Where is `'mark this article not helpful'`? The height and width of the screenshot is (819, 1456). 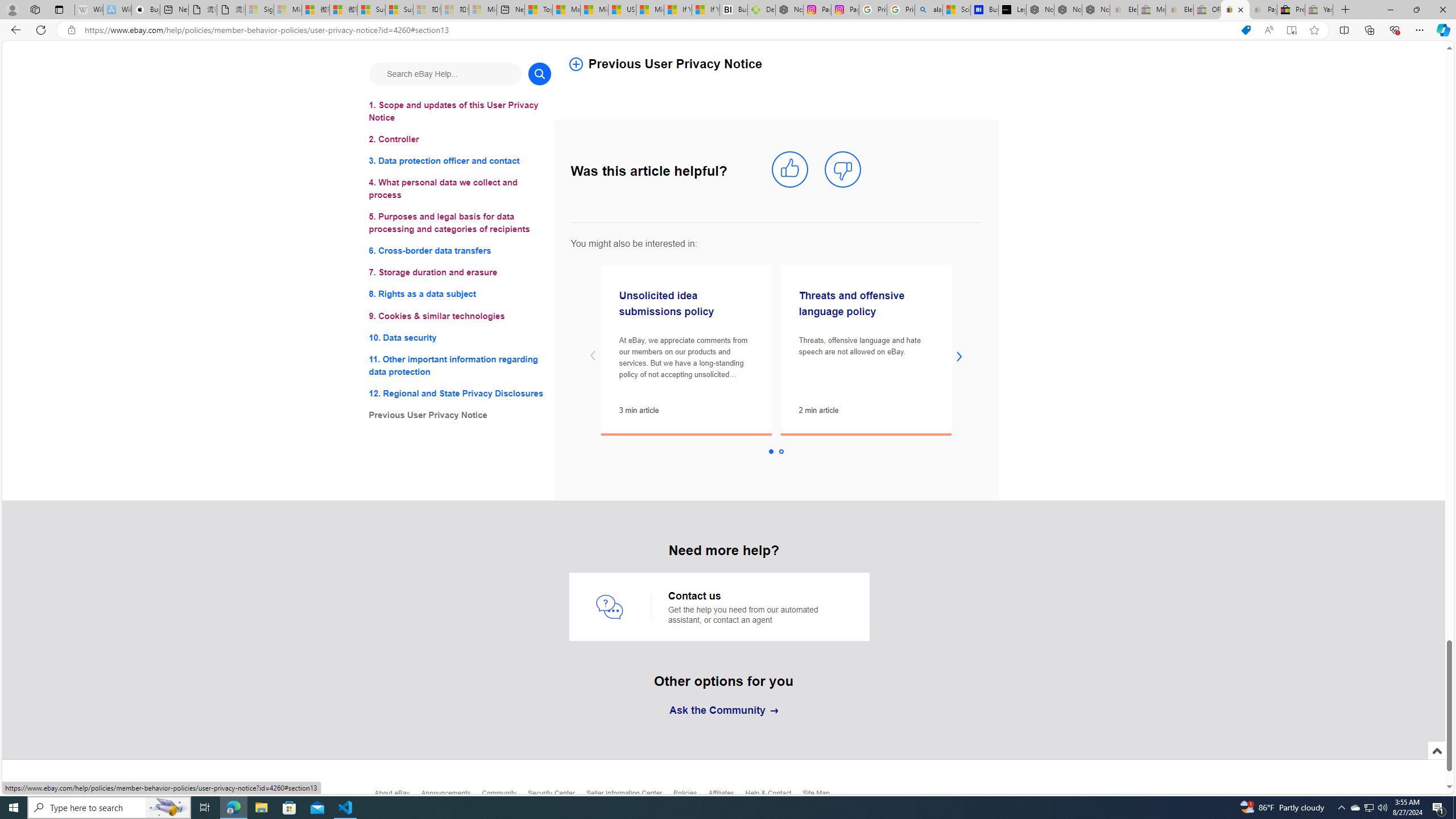 'mark this article not helpful' is located at coordinates (842, 169).